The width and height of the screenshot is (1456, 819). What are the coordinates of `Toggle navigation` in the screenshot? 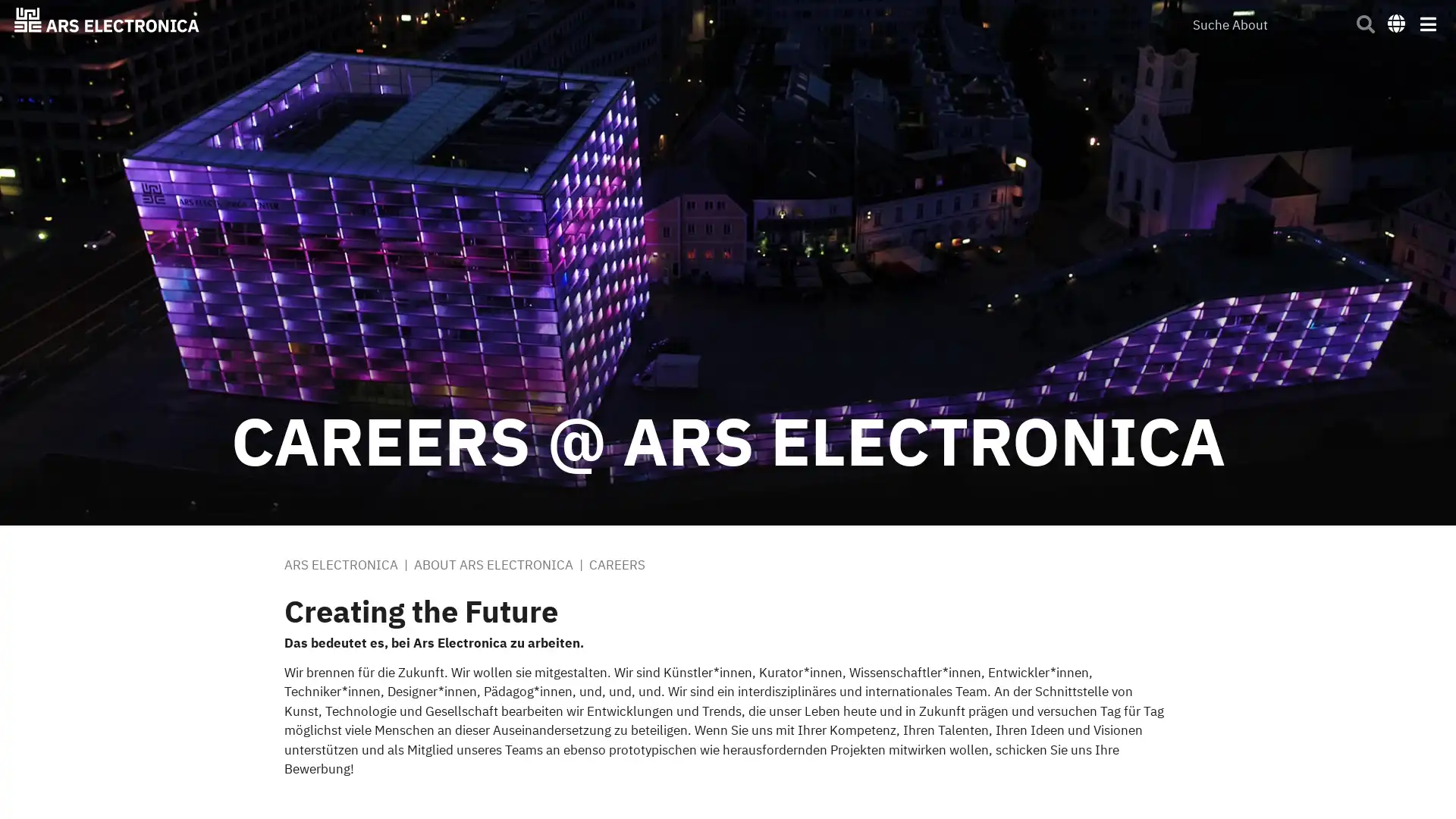 It's located at (1426, 23).